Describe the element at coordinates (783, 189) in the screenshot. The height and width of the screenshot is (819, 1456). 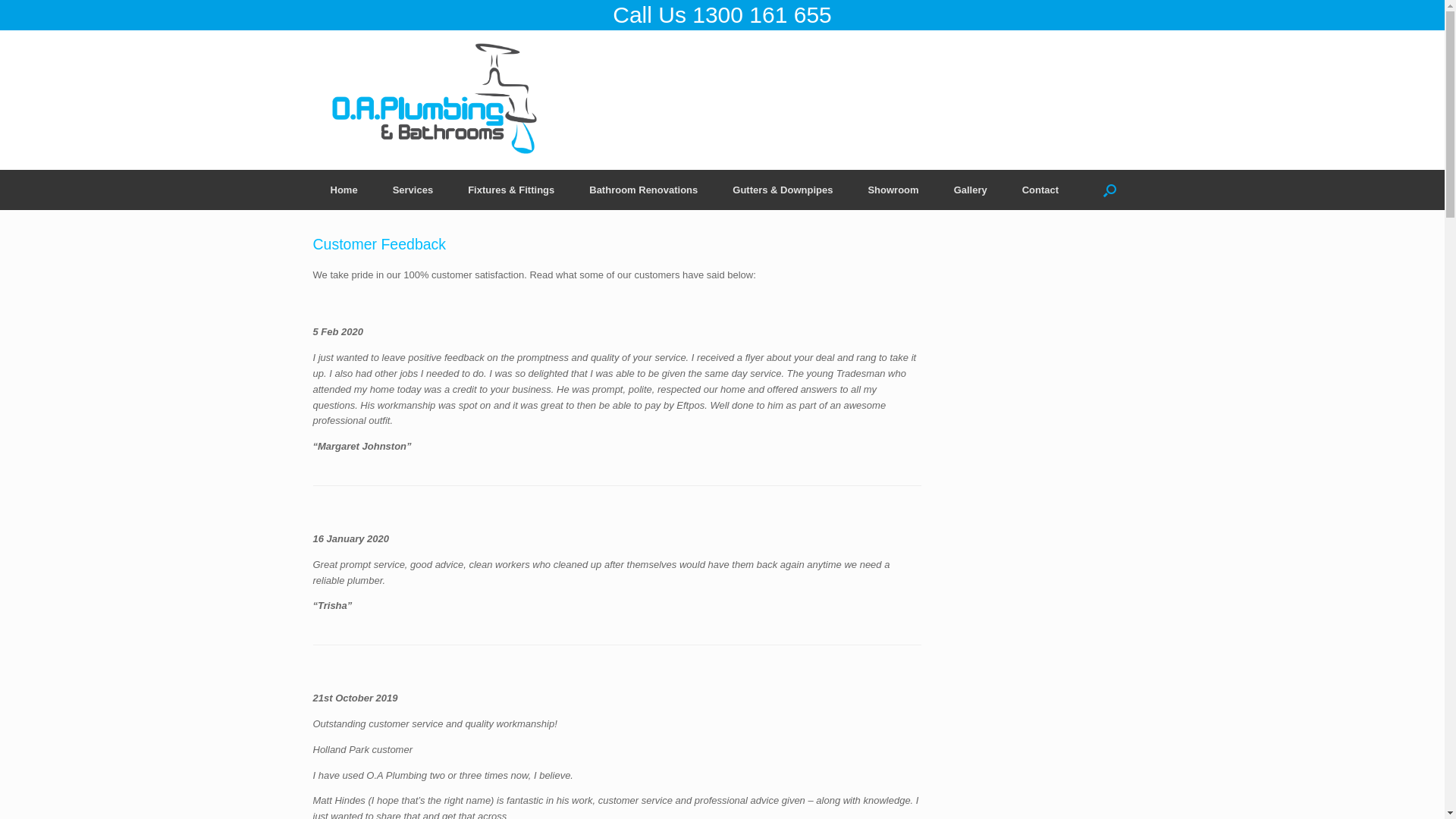
I see `'Gutters & Downpipes'` at that location.